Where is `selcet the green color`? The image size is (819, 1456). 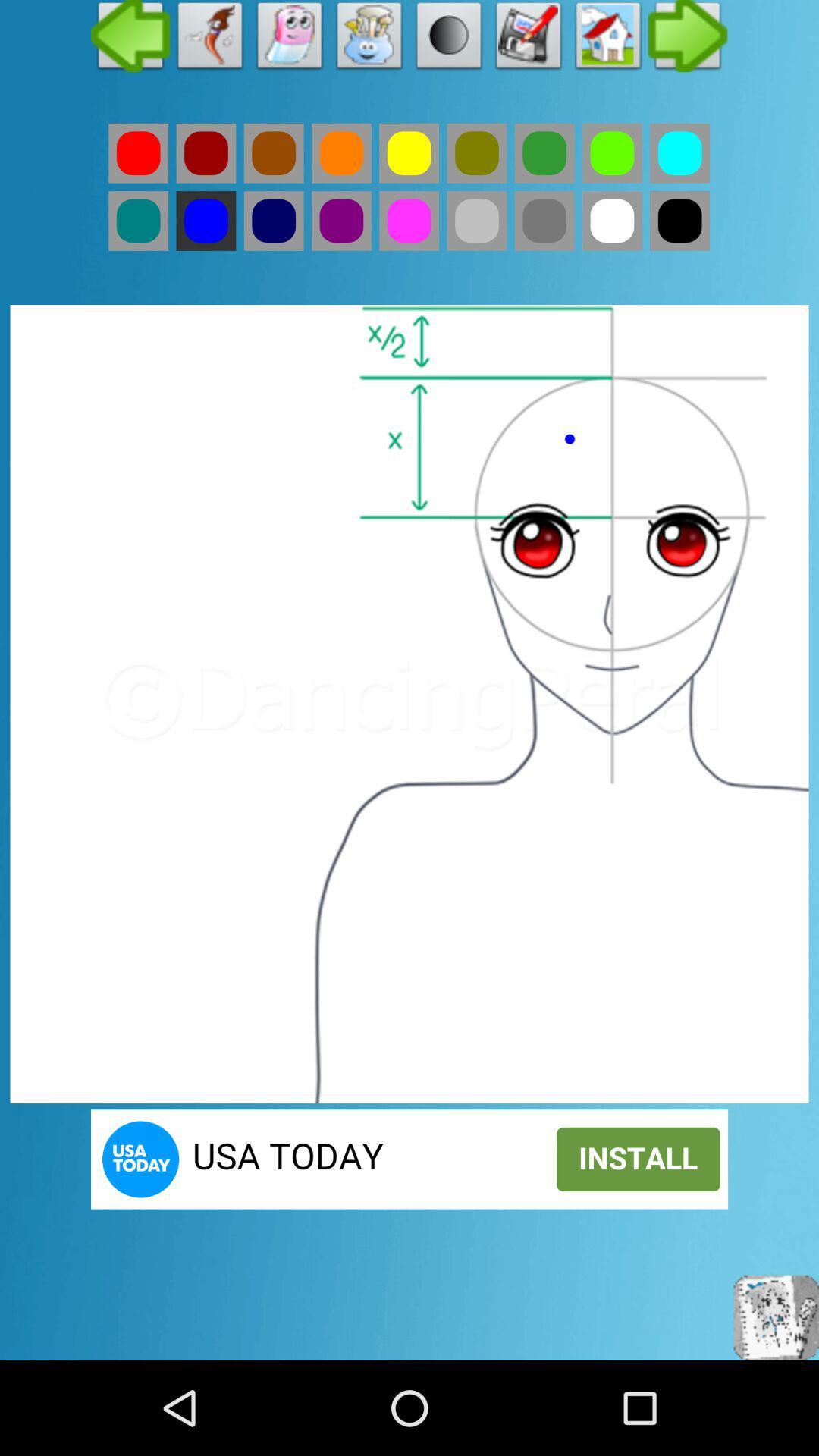
selcet the green color is located at coordinates (138, 220).